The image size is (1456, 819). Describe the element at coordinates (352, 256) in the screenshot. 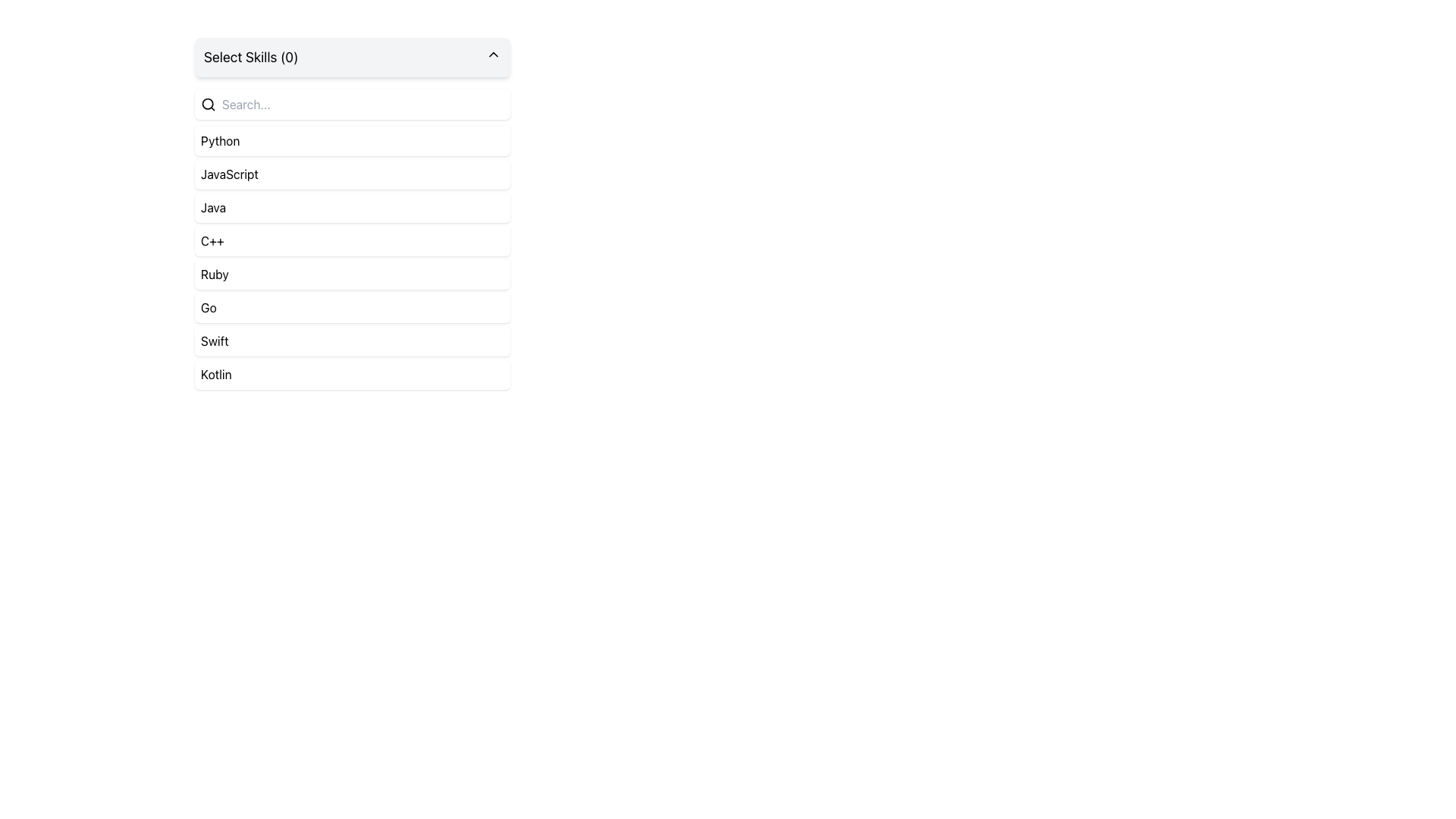

I see `the fourth item in the dropdown list of programming languages` at that location.